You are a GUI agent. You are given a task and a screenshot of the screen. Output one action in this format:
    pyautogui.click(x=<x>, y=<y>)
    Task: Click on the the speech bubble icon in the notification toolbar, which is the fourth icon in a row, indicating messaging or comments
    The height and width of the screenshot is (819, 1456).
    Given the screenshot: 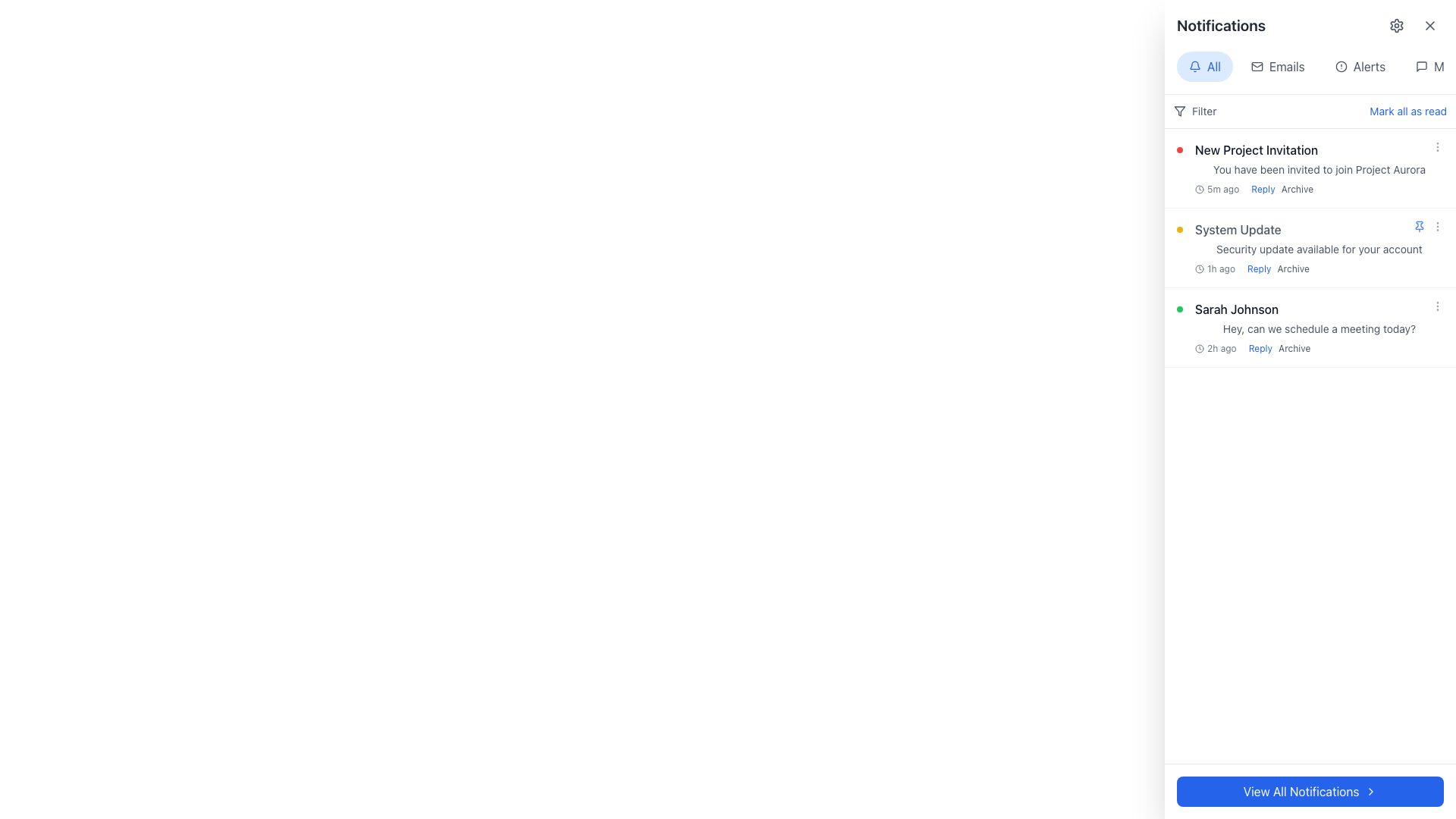 What is the action you would take?
    pyautogui.click(x=1421, y=66)
    